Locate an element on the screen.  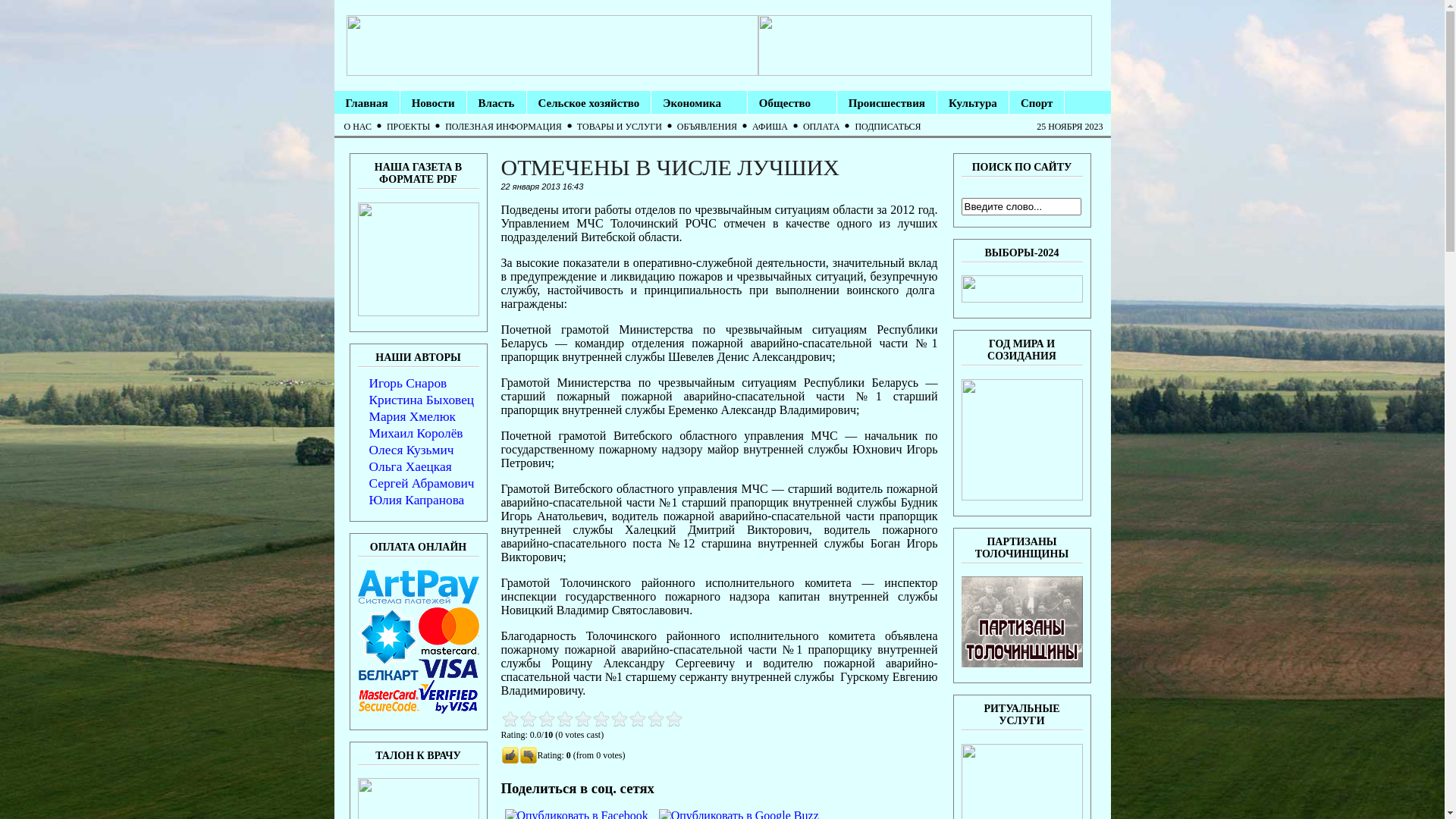
'6 / 10' is located at coordinates (500, 718).